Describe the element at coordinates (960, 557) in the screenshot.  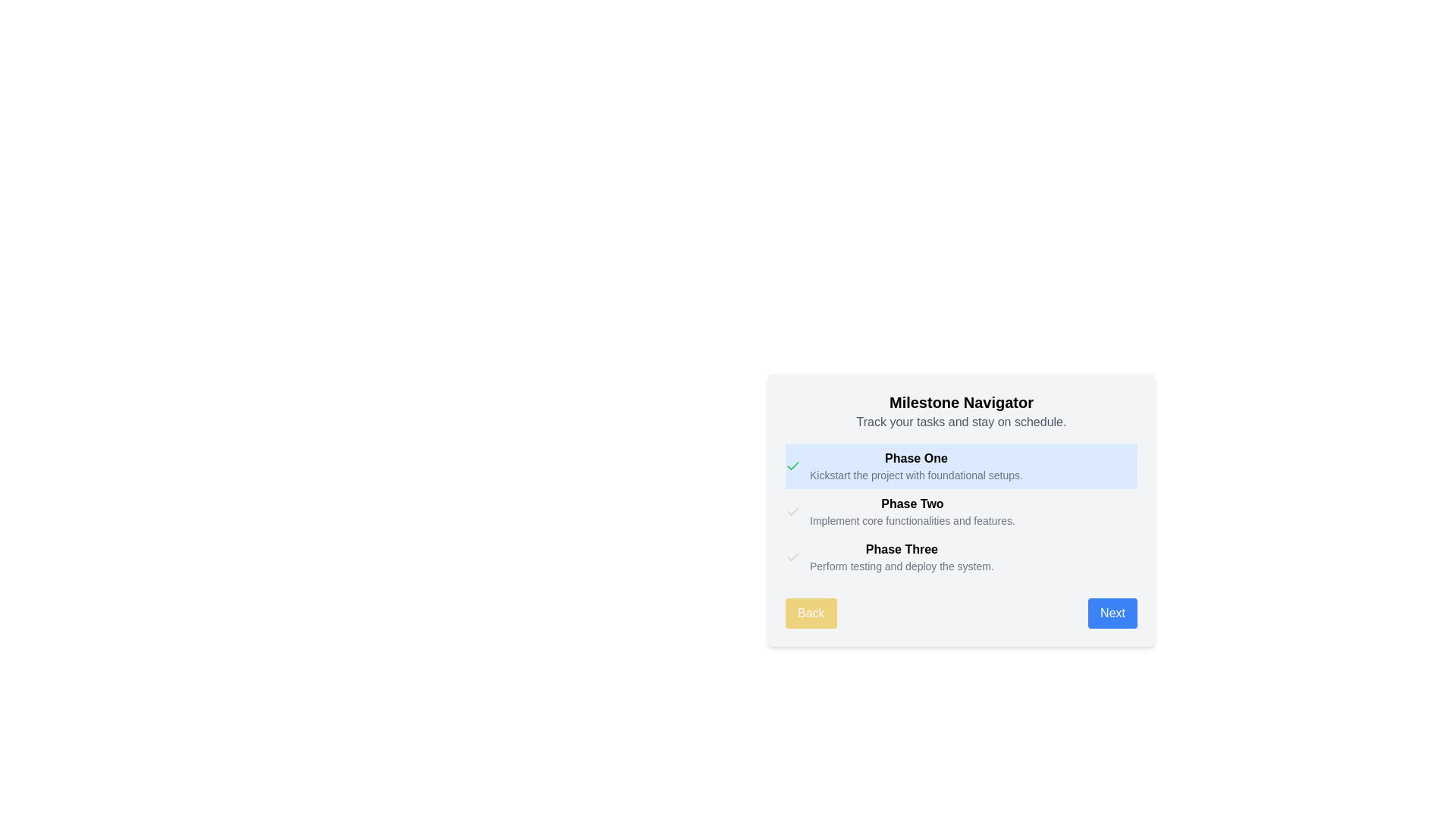
I see `information presented in the third phase of the process, which is a text-based list item with an icon located below 'Phase Two'` at that location.